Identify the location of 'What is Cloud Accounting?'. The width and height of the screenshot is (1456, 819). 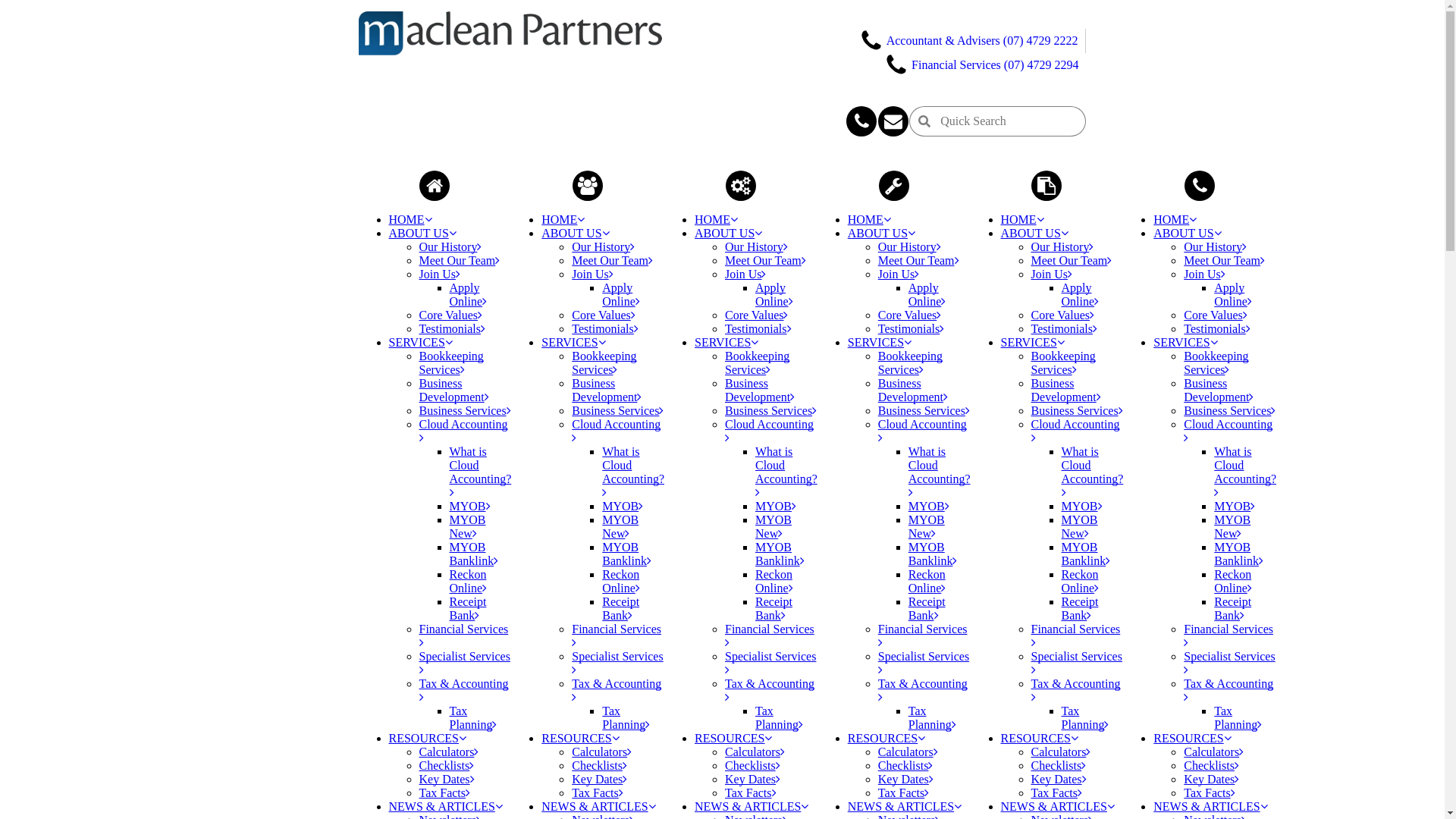
(755, 471).